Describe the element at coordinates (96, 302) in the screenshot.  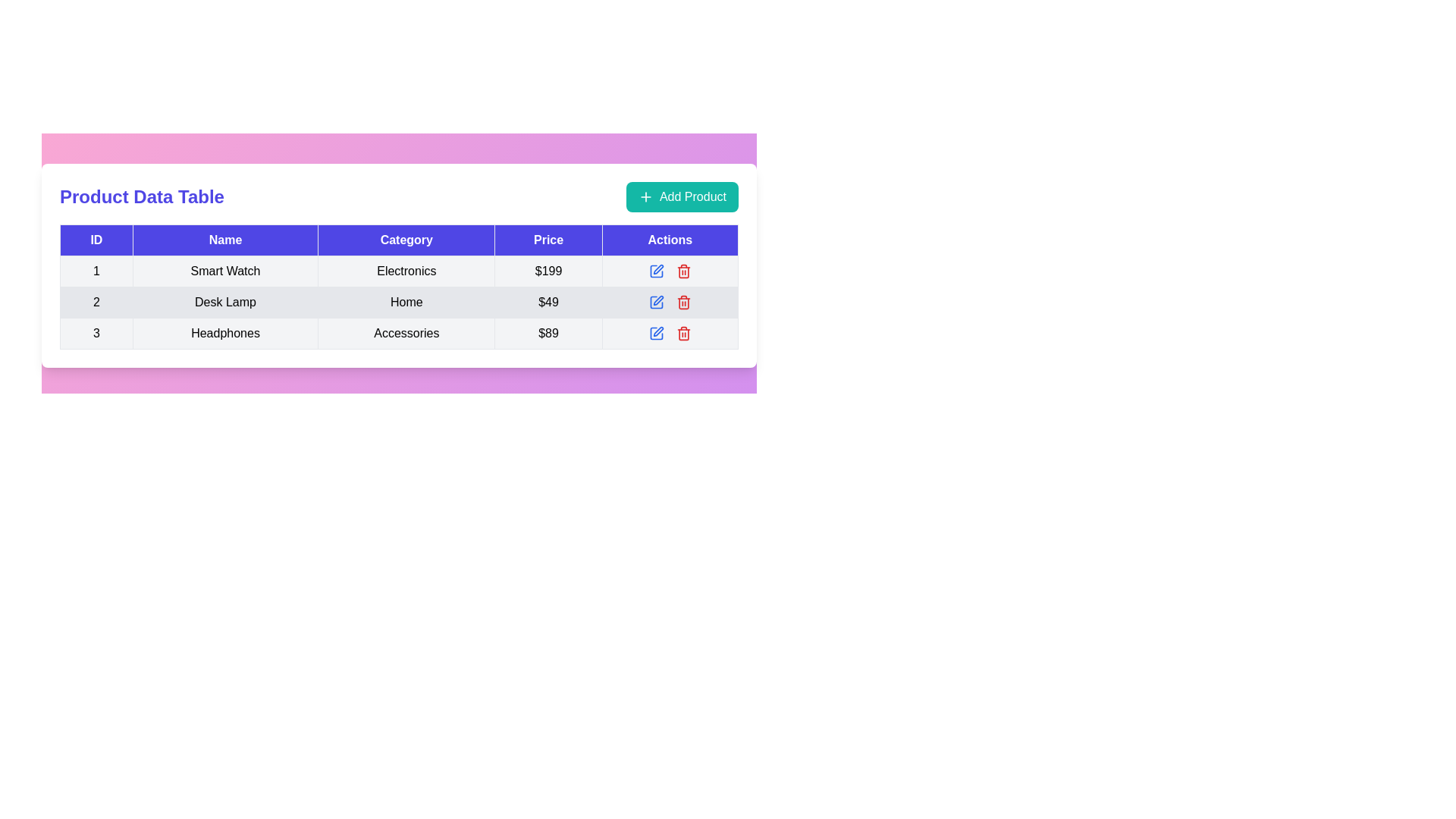
I see `the table cell that contains the black text '2', which is located in the first cell of the second row of the table` at that location.